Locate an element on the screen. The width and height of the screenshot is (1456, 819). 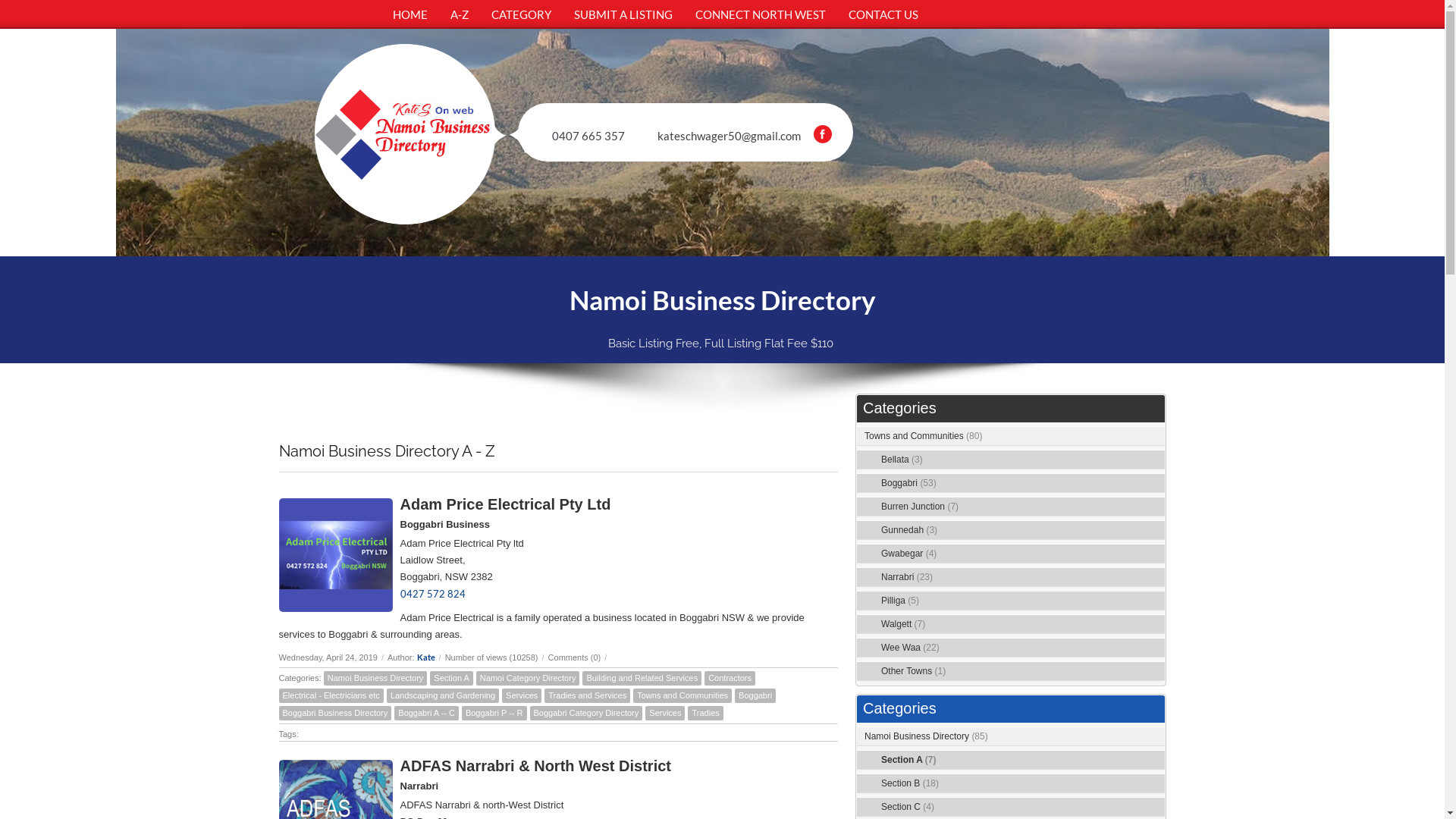
'Boggabri Business Directory' is located at coordinates (334, 713).